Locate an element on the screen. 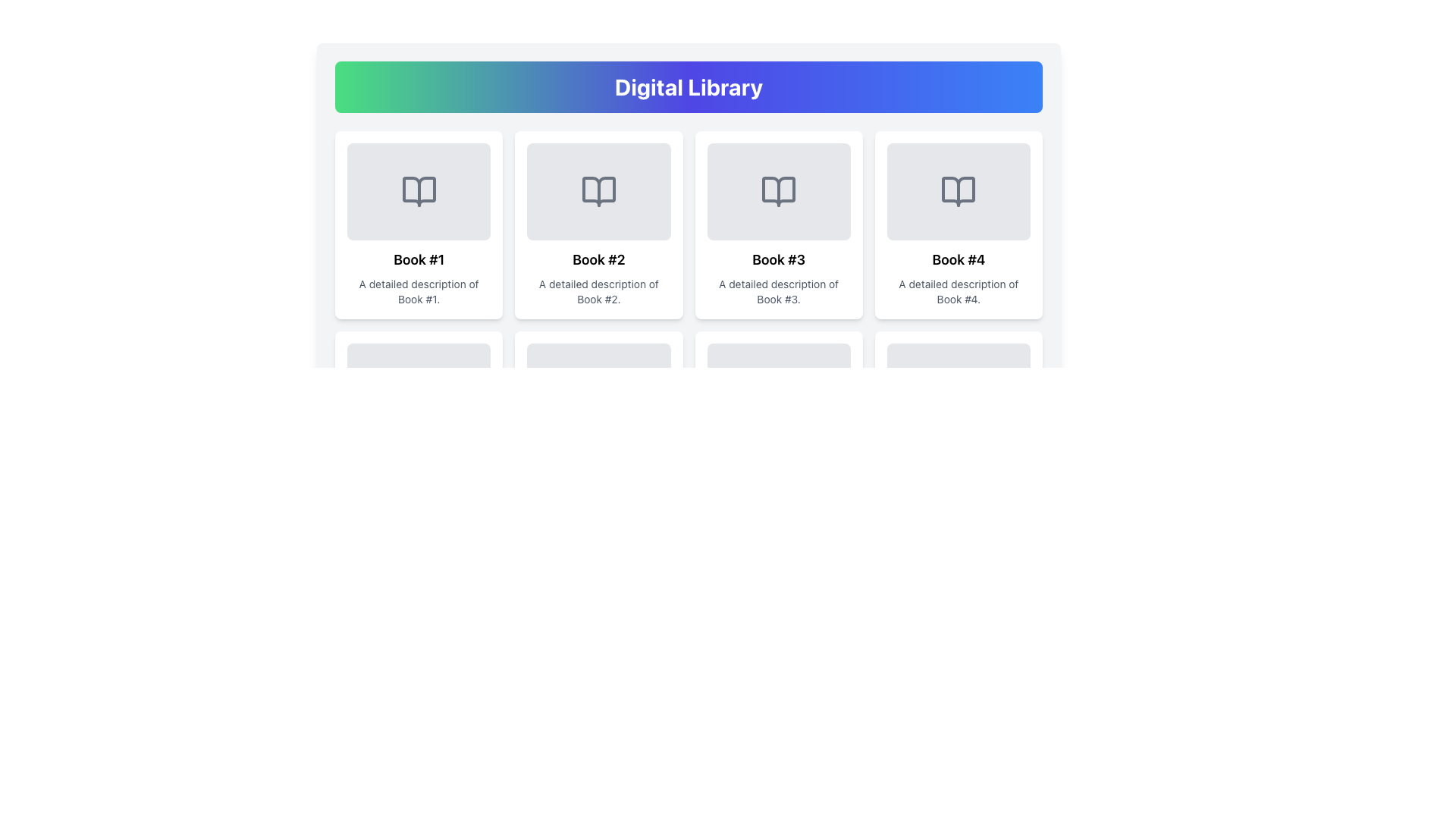  static text label 'Book #3' which is a bold heading located in the third card of a grid layout, positioned above the descriptive text is located at coordinates (779, 259).